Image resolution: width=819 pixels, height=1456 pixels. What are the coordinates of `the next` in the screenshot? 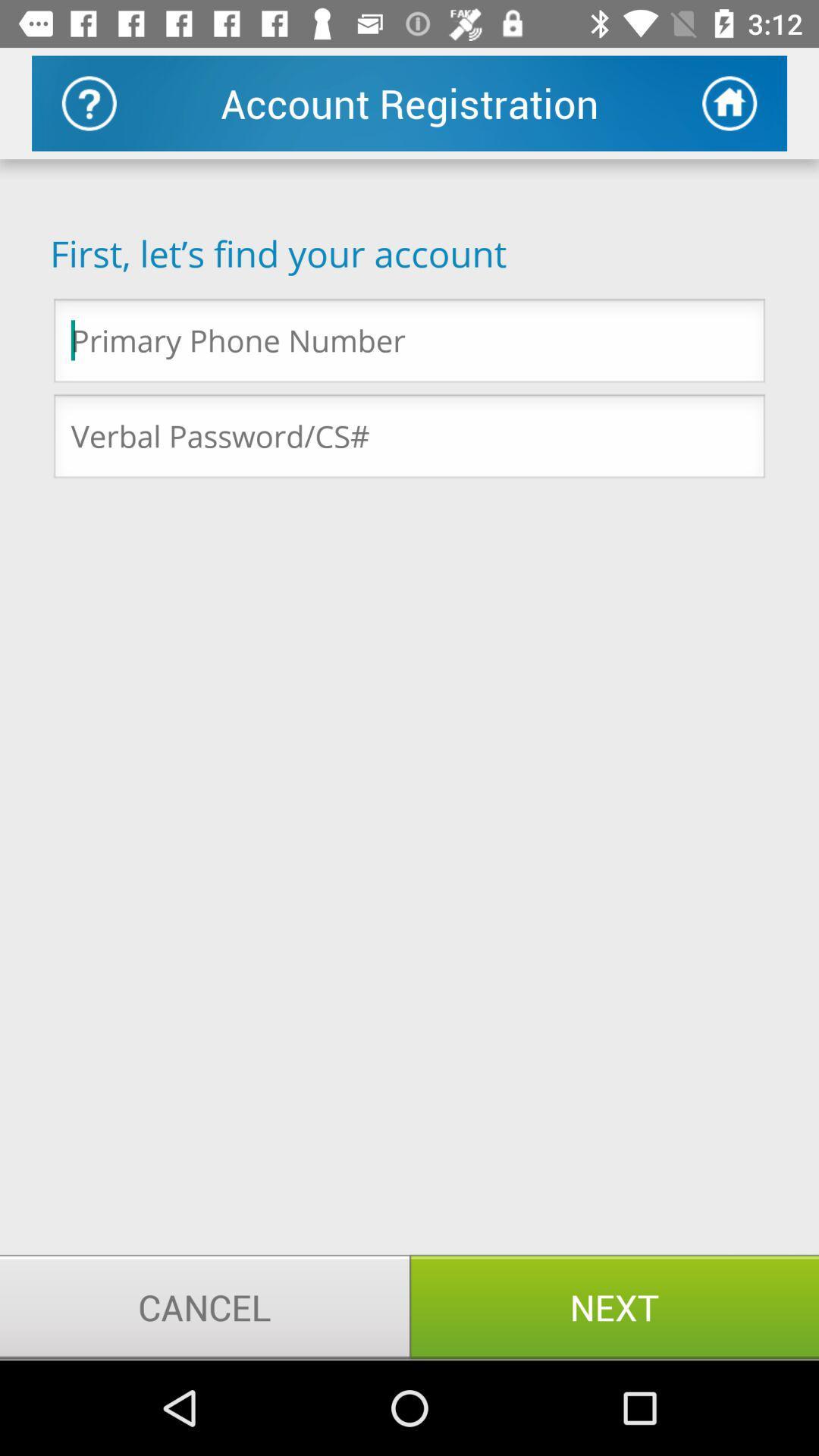 It's located at (614, 1306).